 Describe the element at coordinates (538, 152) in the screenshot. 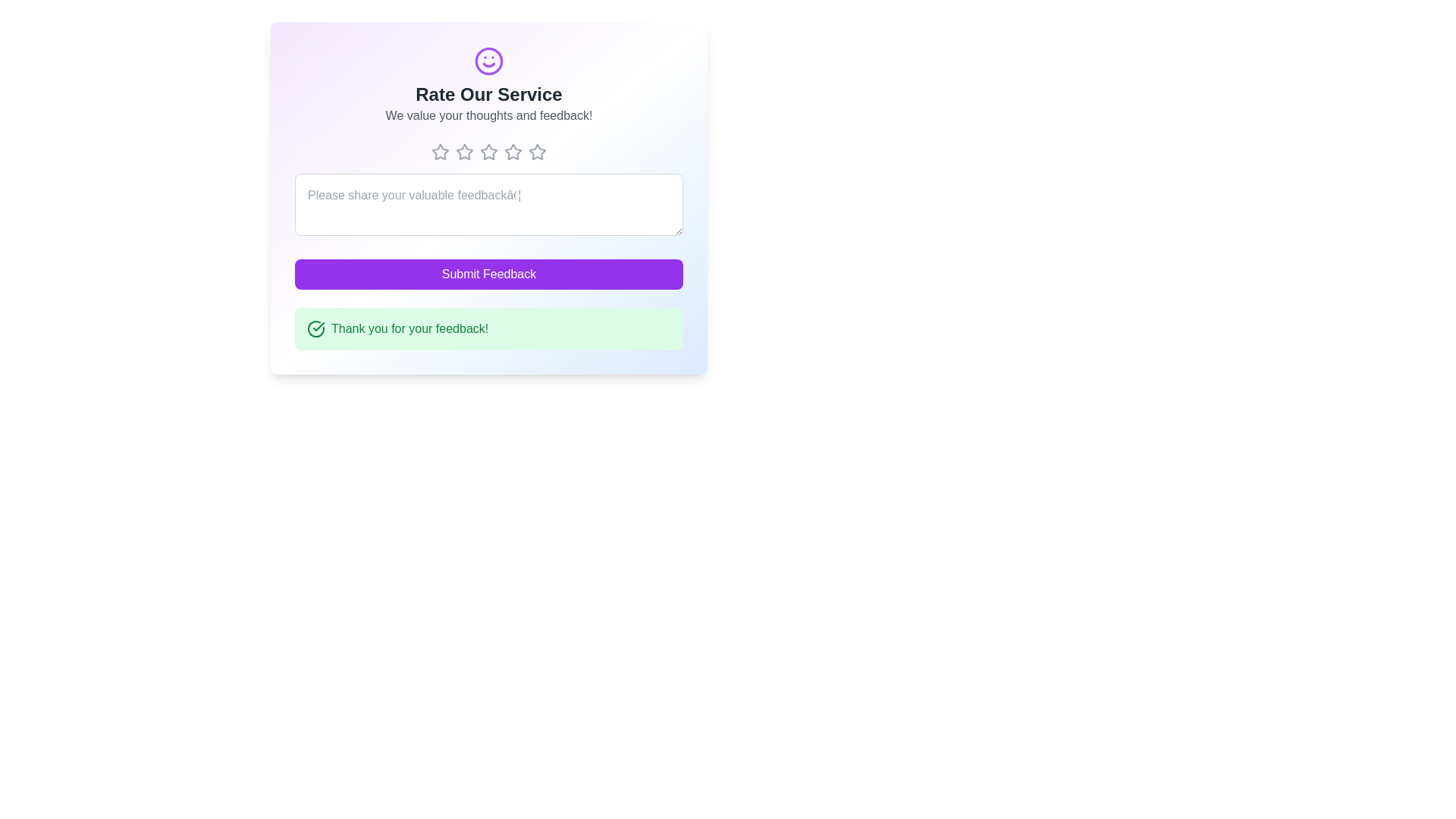

I see `the fifth rating star icon` at that location.